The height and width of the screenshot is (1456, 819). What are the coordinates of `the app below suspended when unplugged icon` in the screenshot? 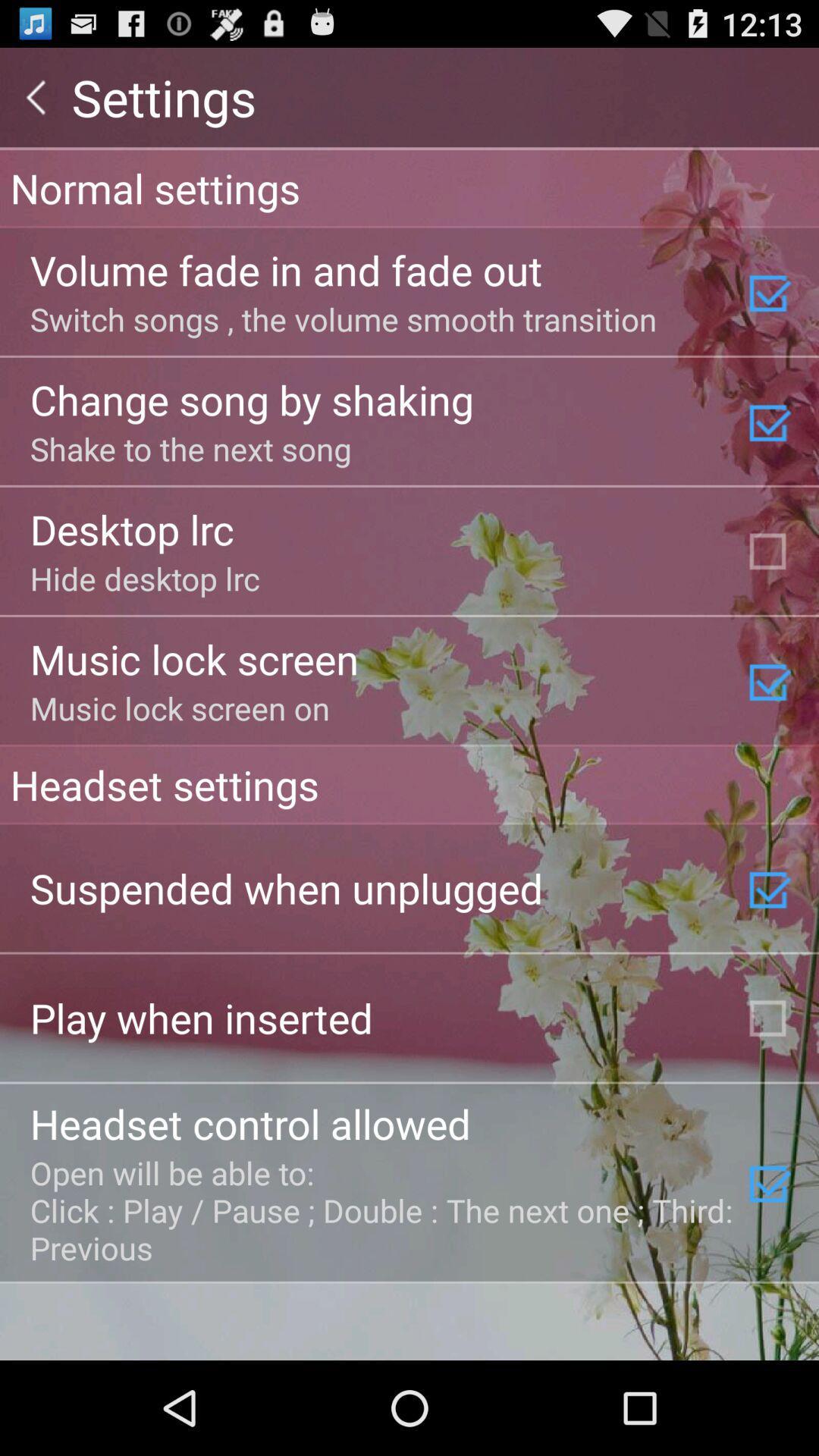 It's located at (200, 1018).